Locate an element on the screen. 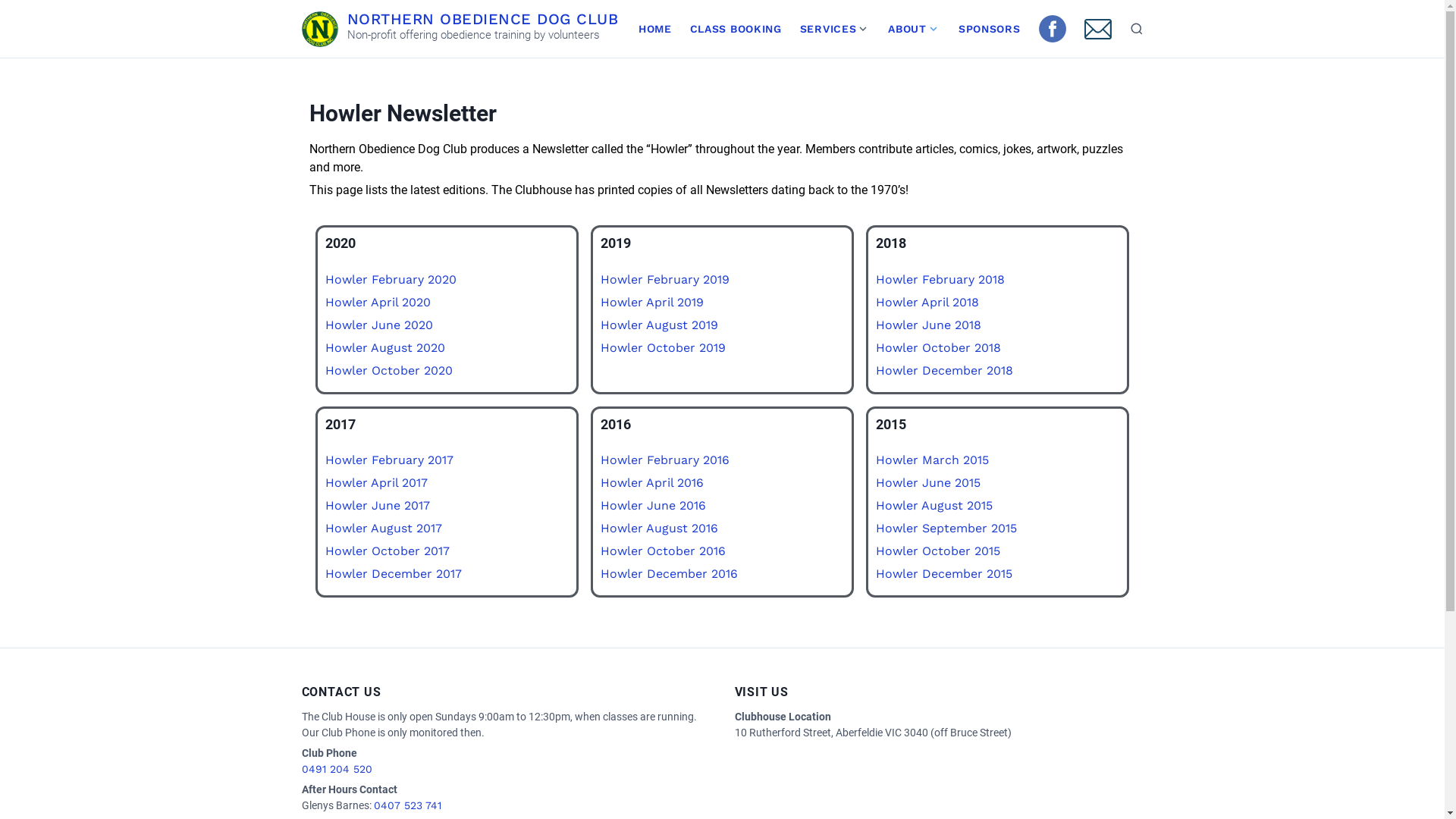  'Howler February 2018' is located at coordinates (939, 278).